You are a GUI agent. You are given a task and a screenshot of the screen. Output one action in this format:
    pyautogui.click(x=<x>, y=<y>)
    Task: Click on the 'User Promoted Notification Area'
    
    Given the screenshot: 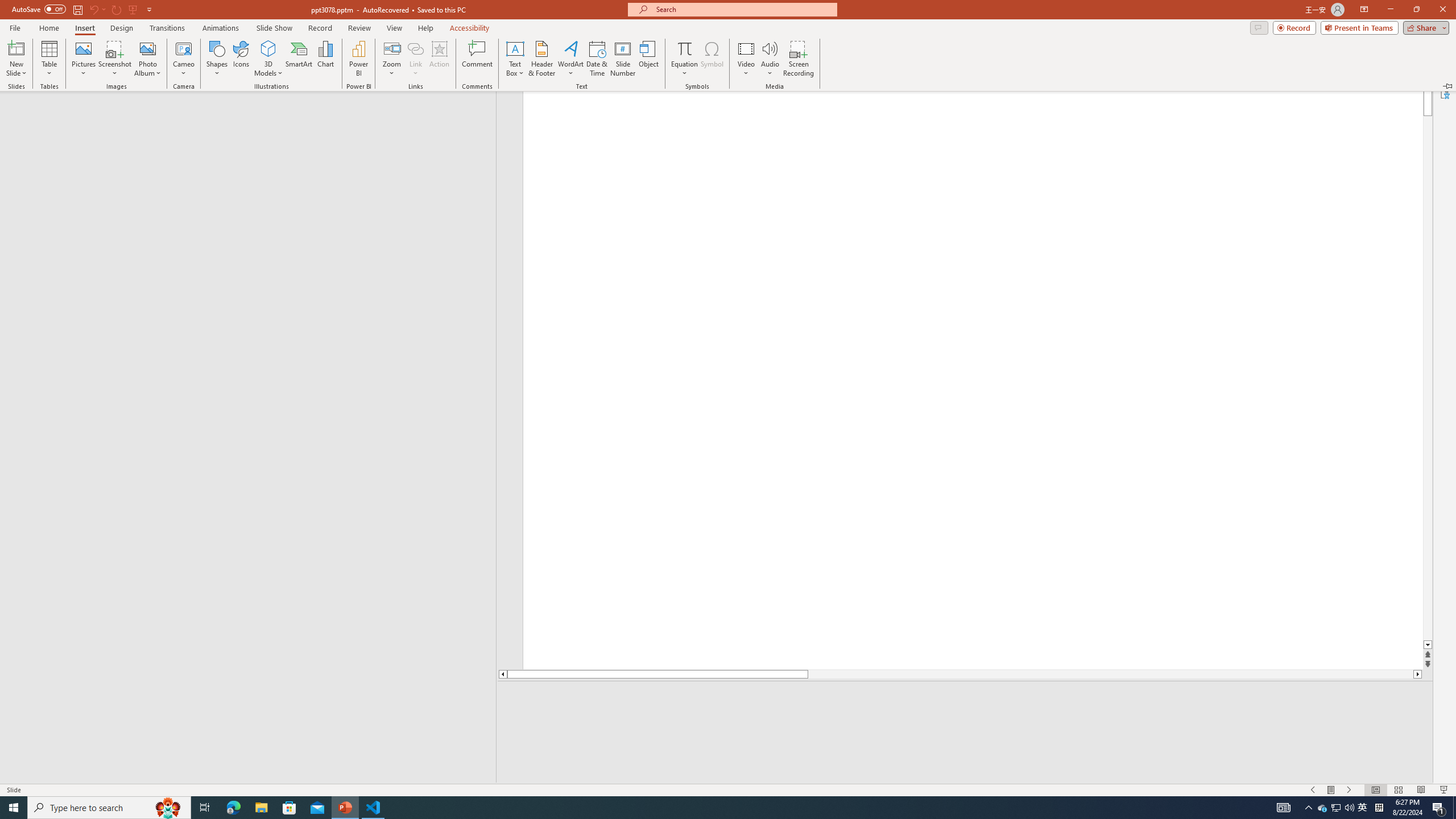 What is the action you would take?
    pyautogui.click(x=1336, y=806)
    